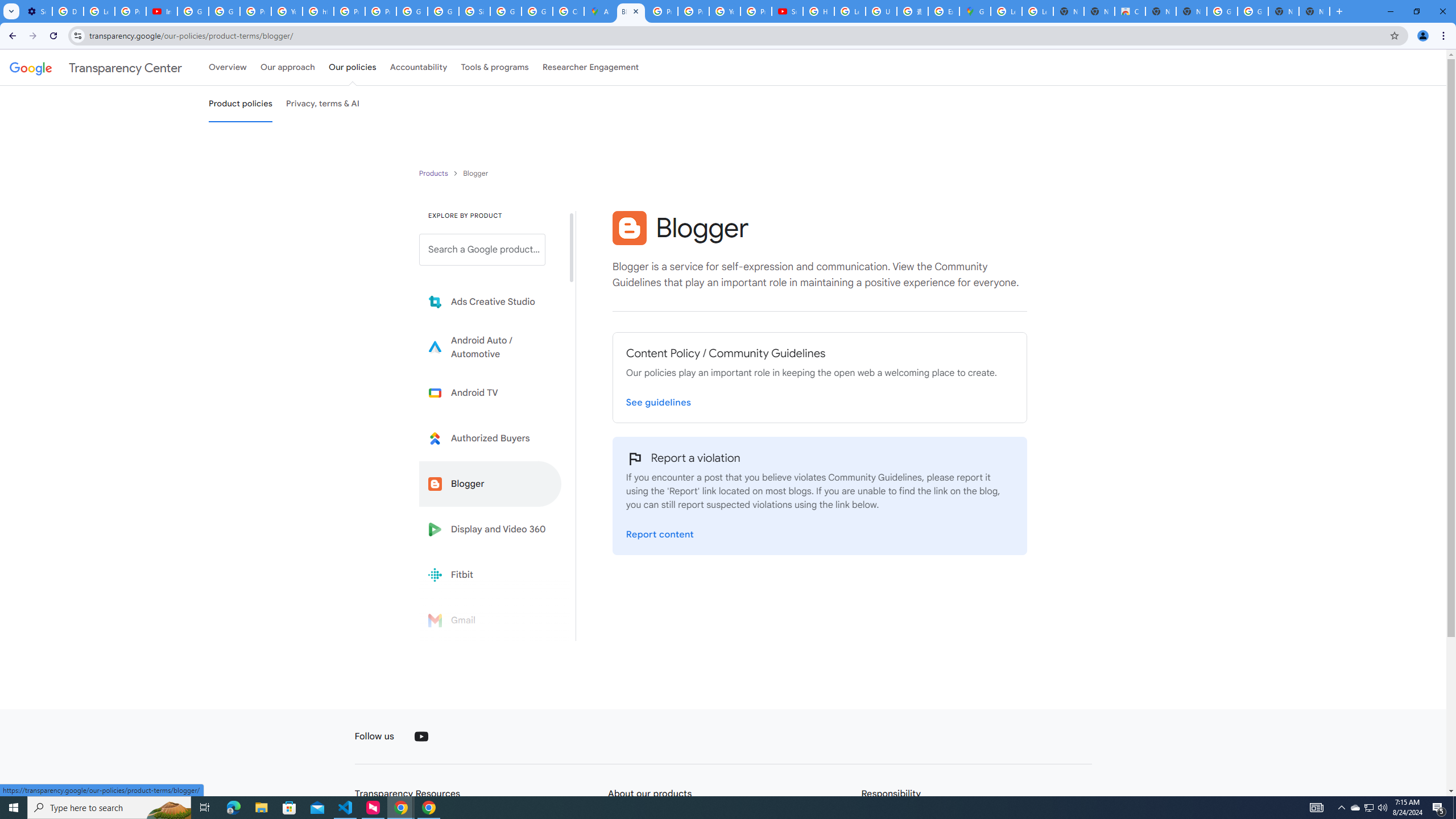 This screenshot has height=819, width=1456. What do you see at coordinates (490, 574) in the screenshot?
I see `'Fitbit'` at bounding box center [490, 574].